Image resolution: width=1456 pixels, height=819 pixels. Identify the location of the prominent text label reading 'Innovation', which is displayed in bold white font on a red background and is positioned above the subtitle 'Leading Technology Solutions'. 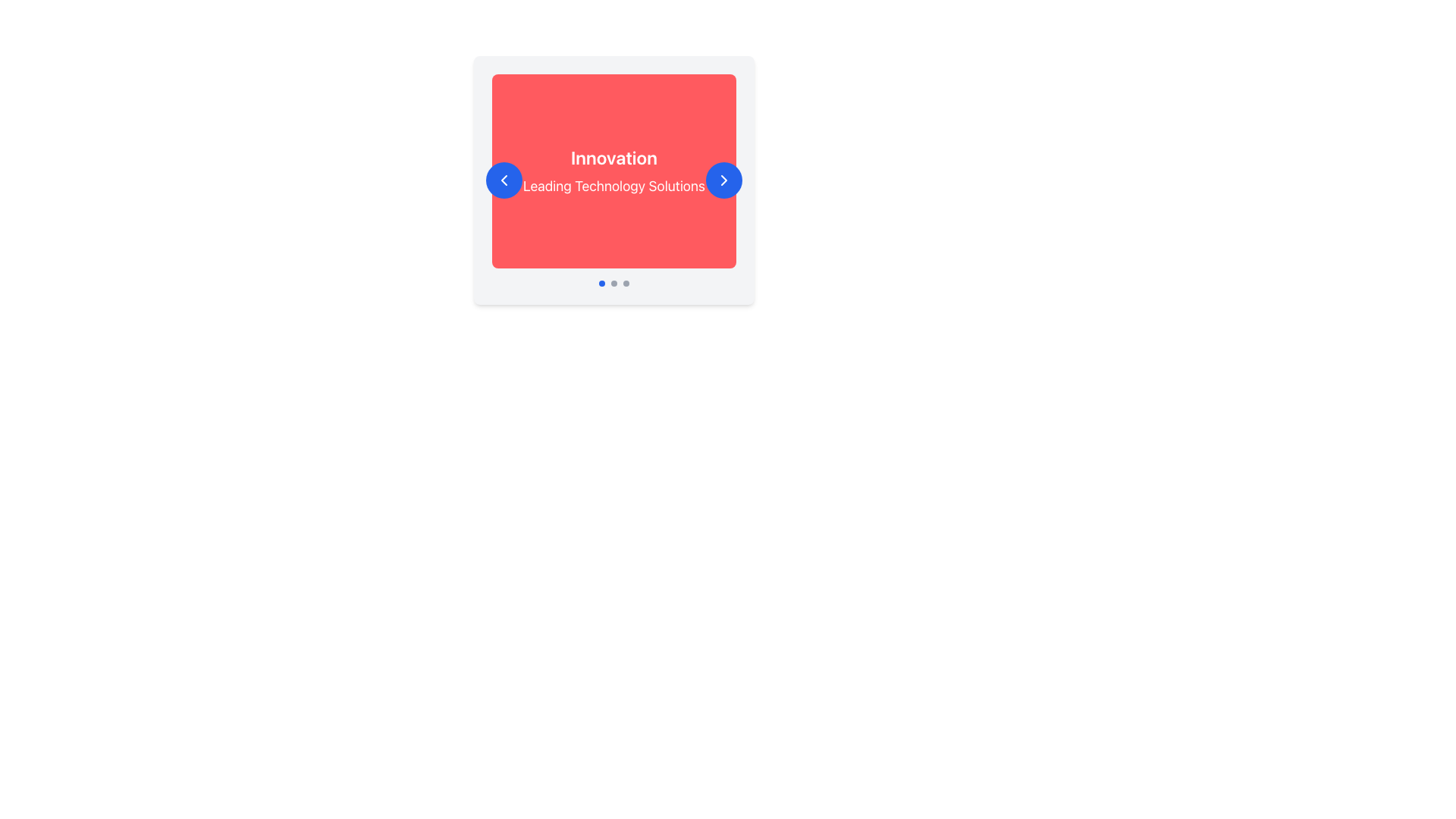
(614, 158).